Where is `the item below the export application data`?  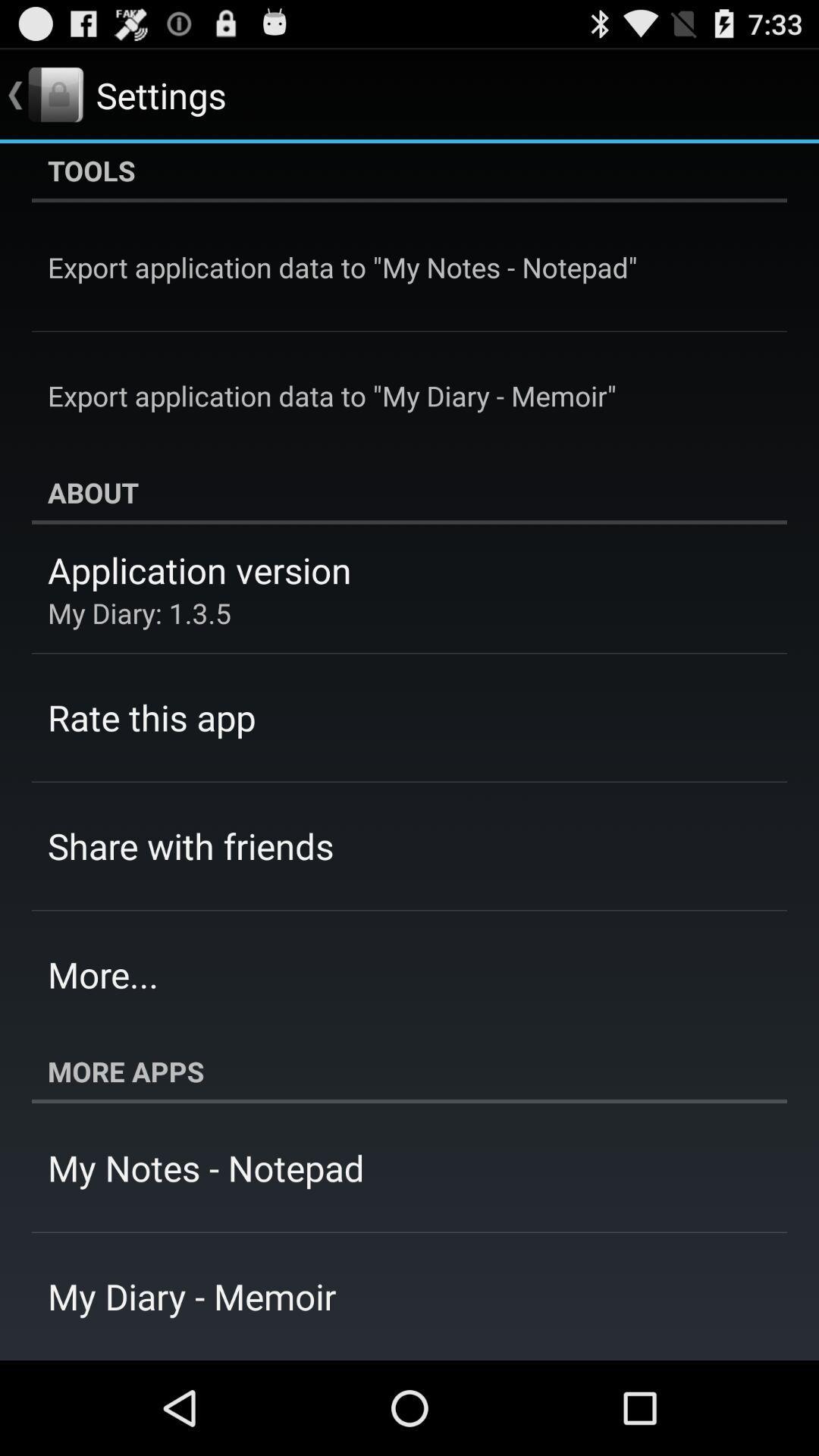 the item below the export application data is located at coordinates (409, 492).